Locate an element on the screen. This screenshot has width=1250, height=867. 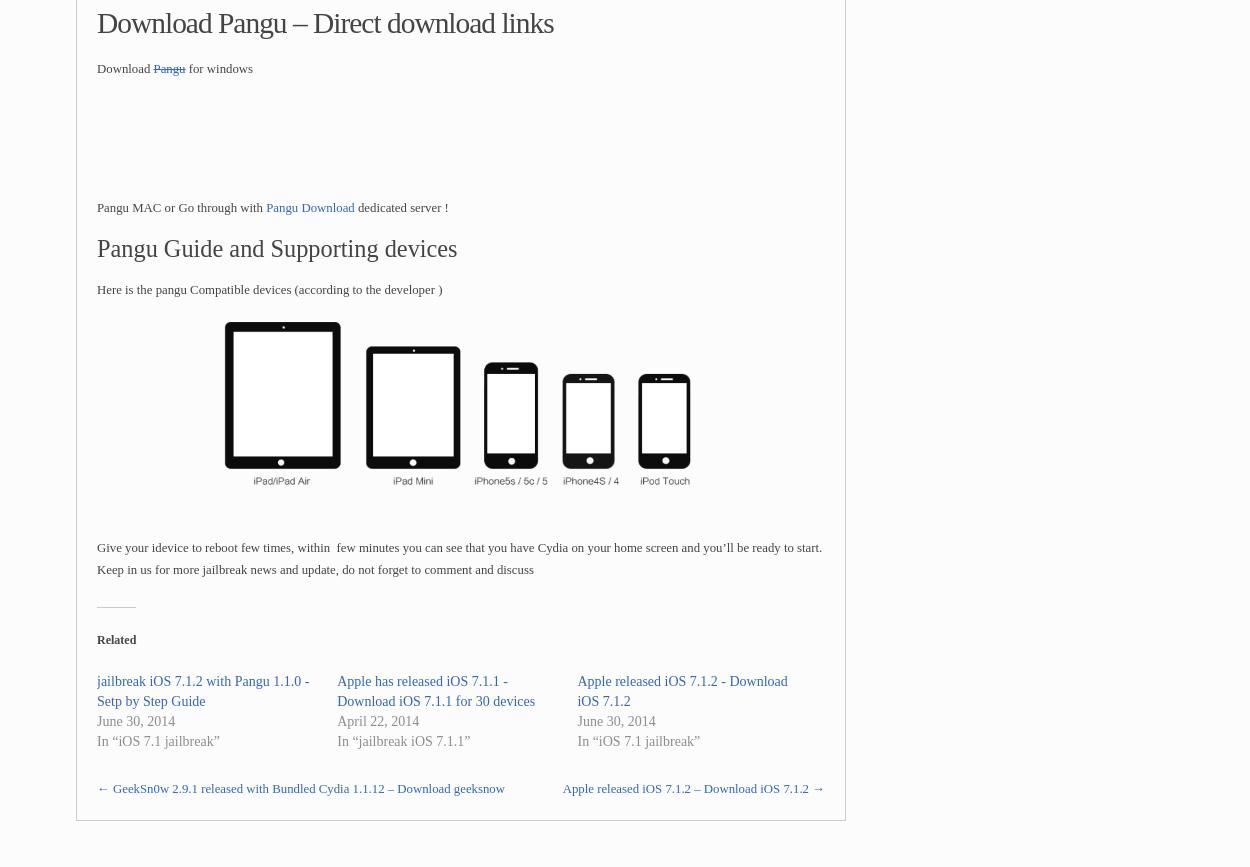
'Related' is located at coordinates (115, 637).